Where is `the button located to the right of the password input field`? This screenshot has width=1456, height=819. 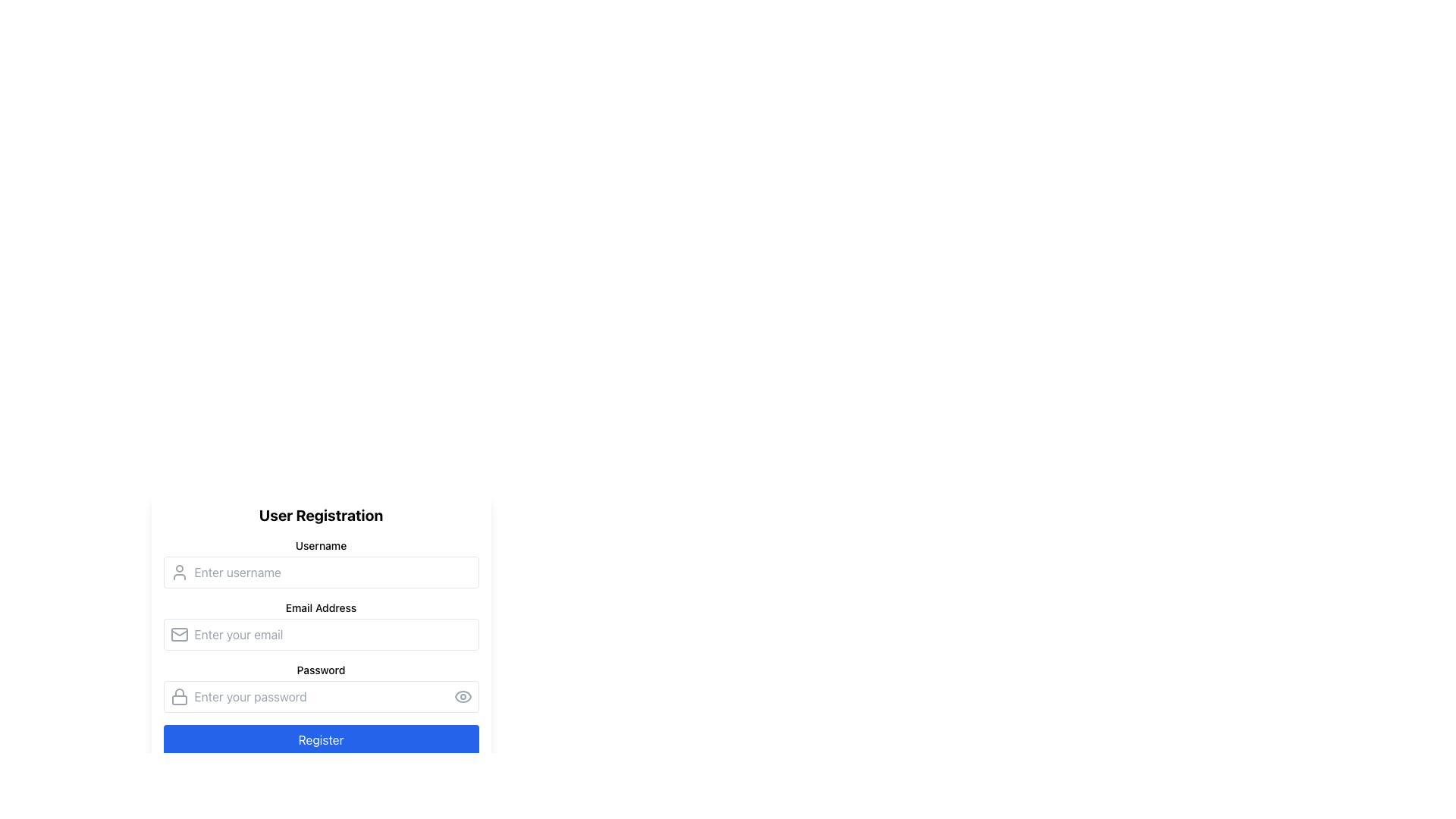
the button located to the right of the password input field is located at coordinates (462, 696).